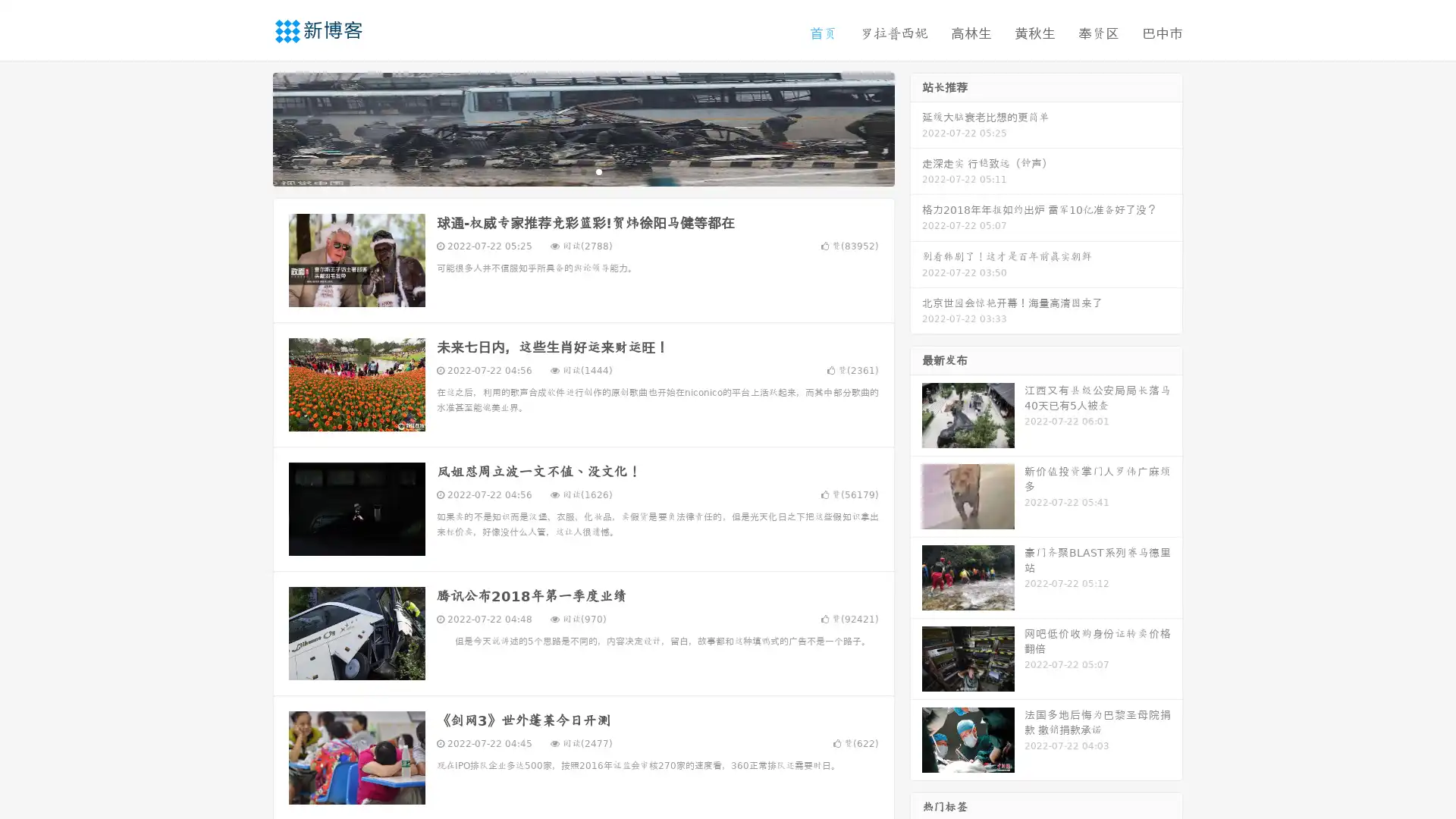 This screenshot has height=819, width=1456. Describe the element at coordinates (916, 127) in the screenshot. I see `Next slide` at that location.